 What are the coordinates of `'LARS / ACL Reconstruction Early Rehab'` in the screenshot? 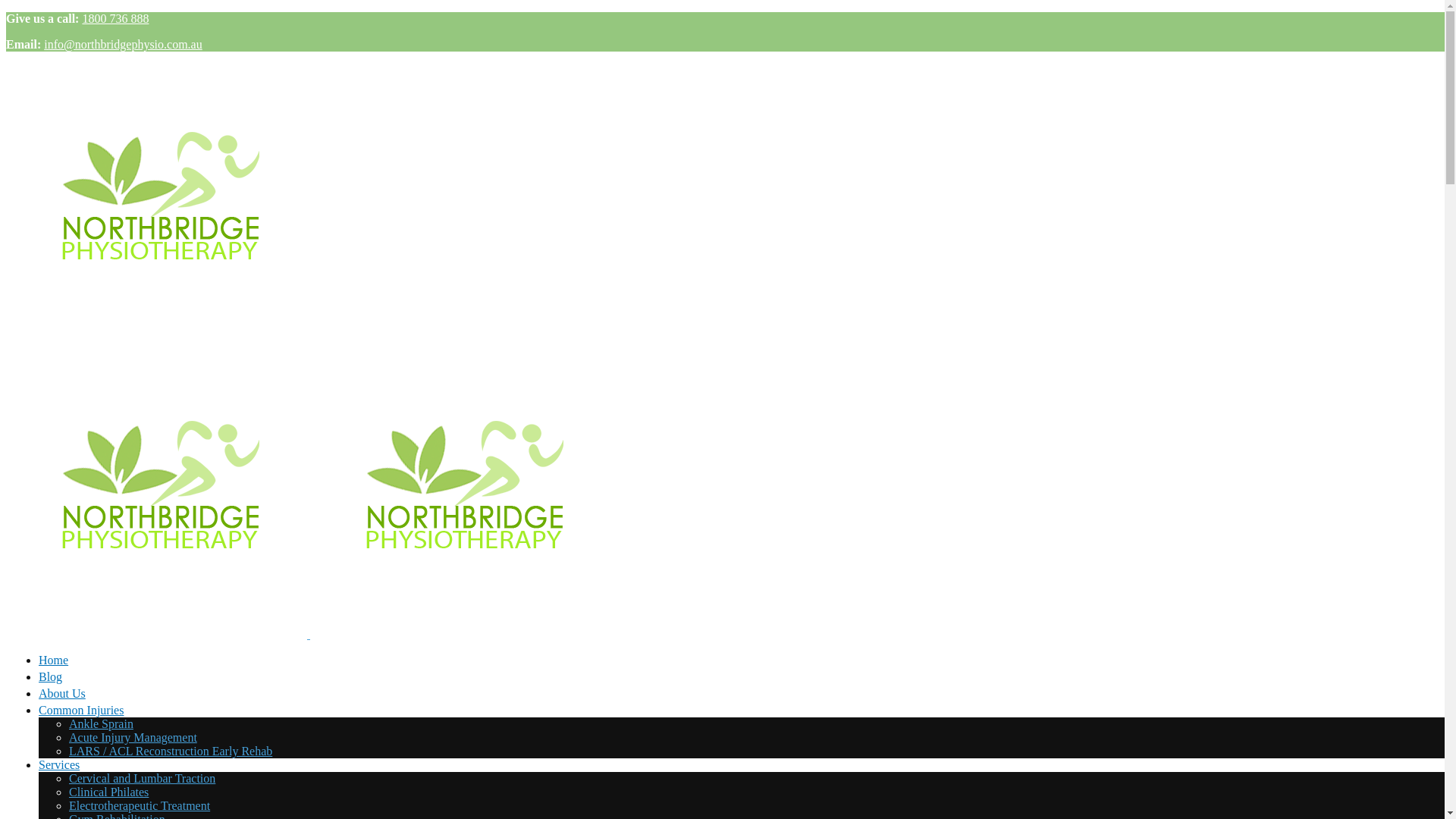 It's located at (171, 751).